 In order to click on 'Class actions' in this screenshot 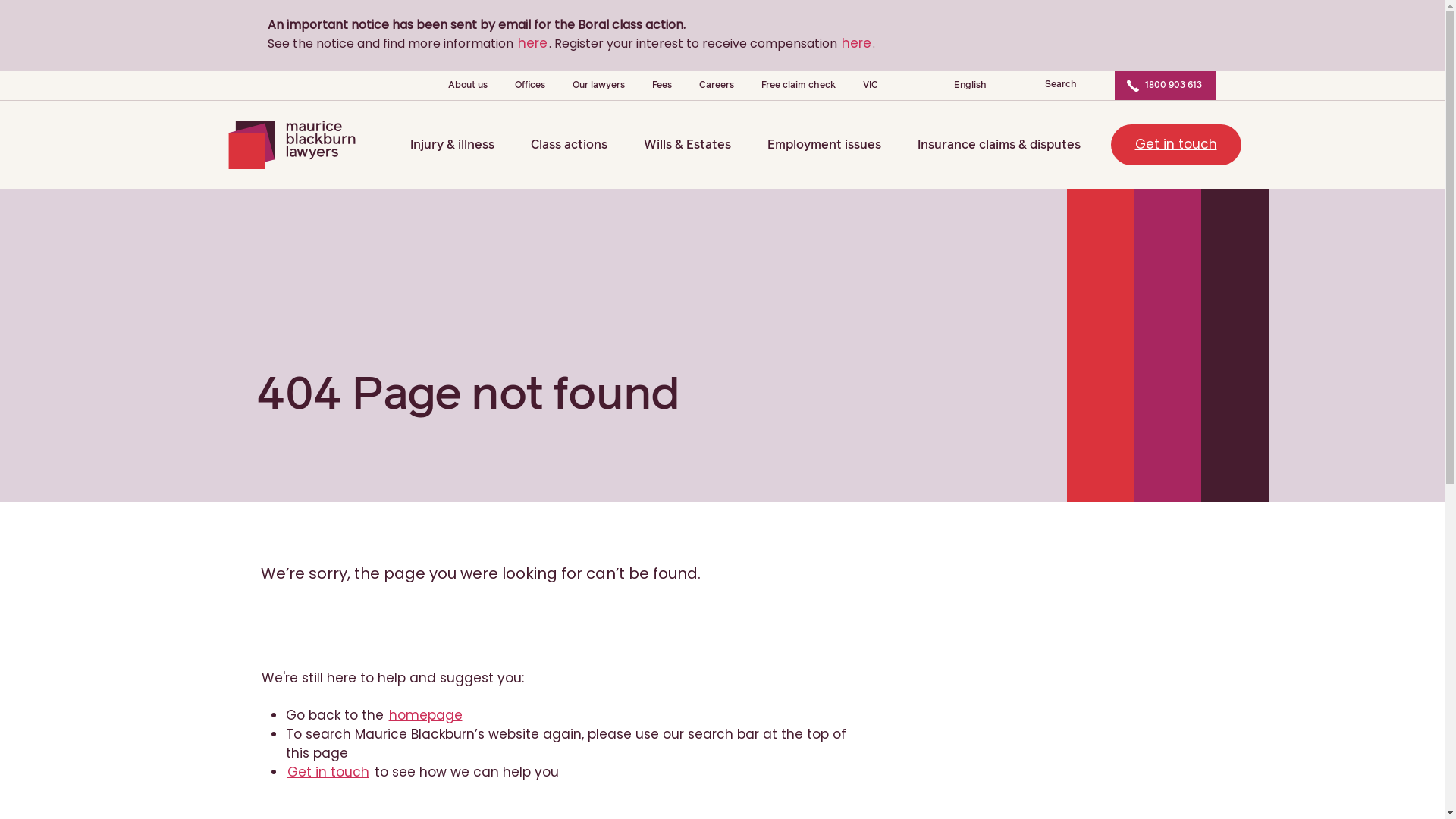, I will do `click(580, 145)`.